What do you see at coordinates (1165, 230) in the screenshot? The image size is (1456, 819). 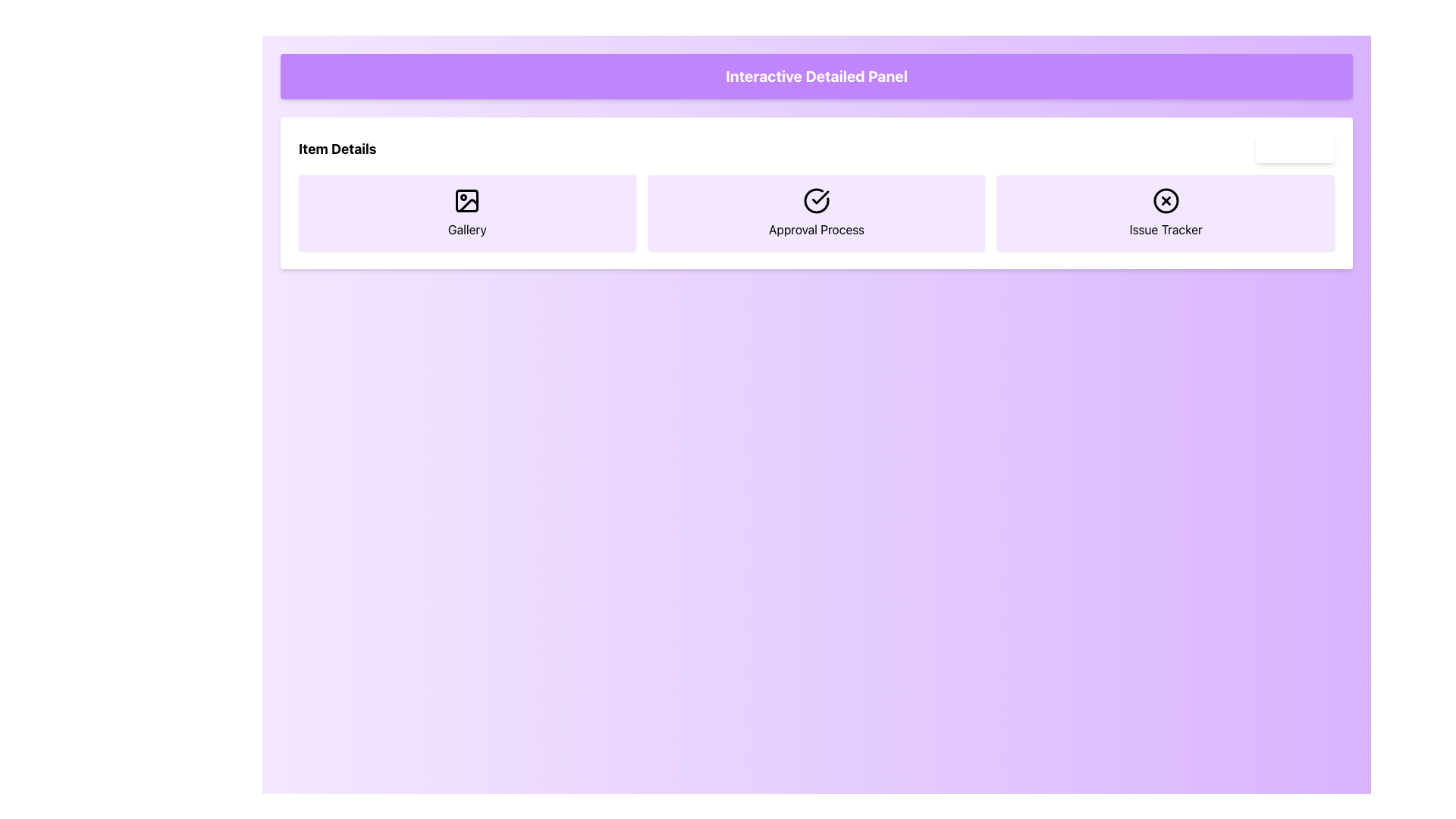 I see `the Text Label that indicates the title of the 'Issue Tracker' section, located centrally below the circular icon with an 'X'` at bounding box center [1165, 230].